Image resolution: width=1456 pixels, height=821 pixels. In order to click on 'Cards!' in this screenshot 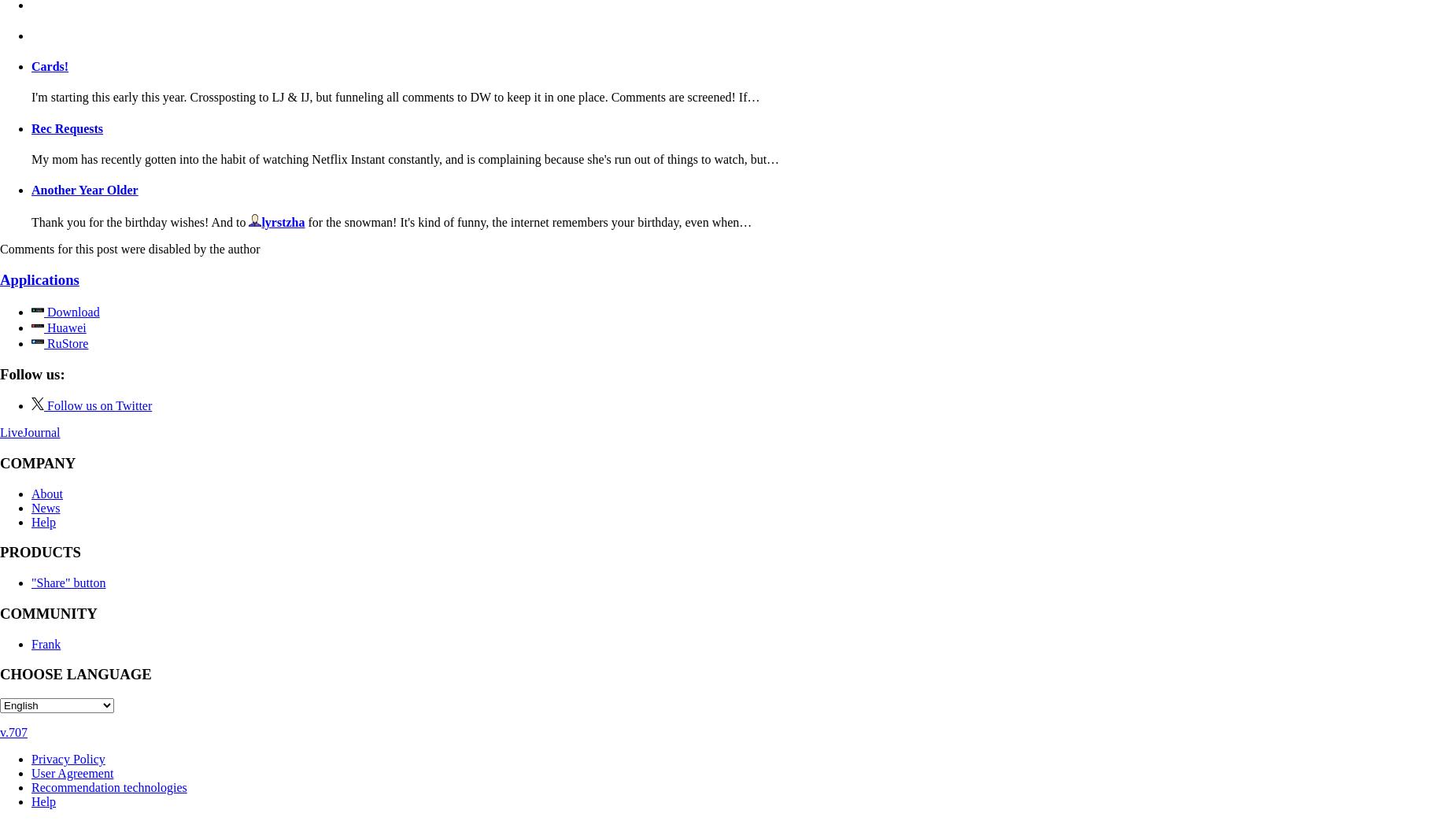, I will do `click(49, 66)`.